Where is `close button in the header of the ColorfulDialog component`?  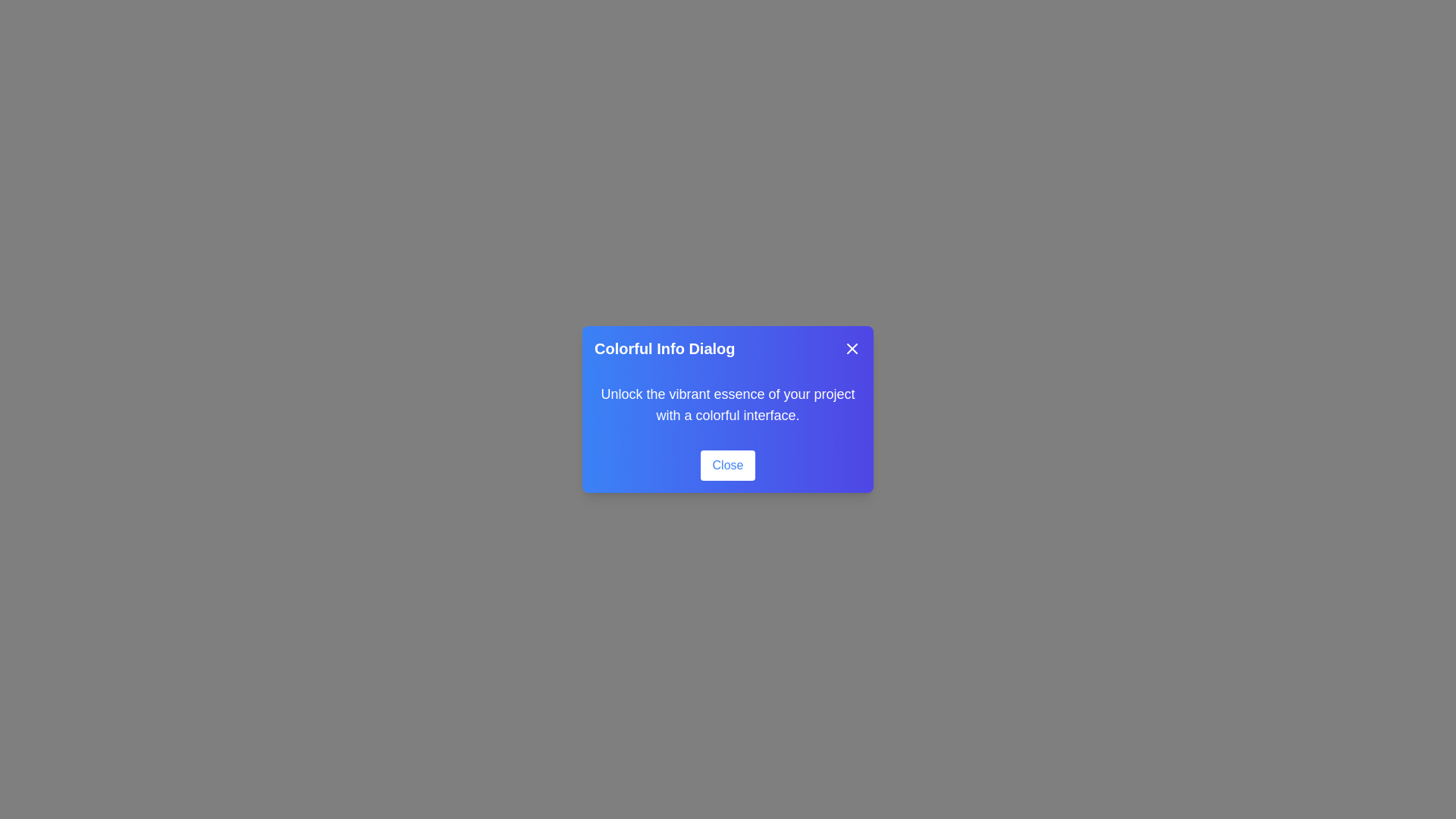
close button in the header of the ColorfulDialog component is located at coordinates (852, 348).